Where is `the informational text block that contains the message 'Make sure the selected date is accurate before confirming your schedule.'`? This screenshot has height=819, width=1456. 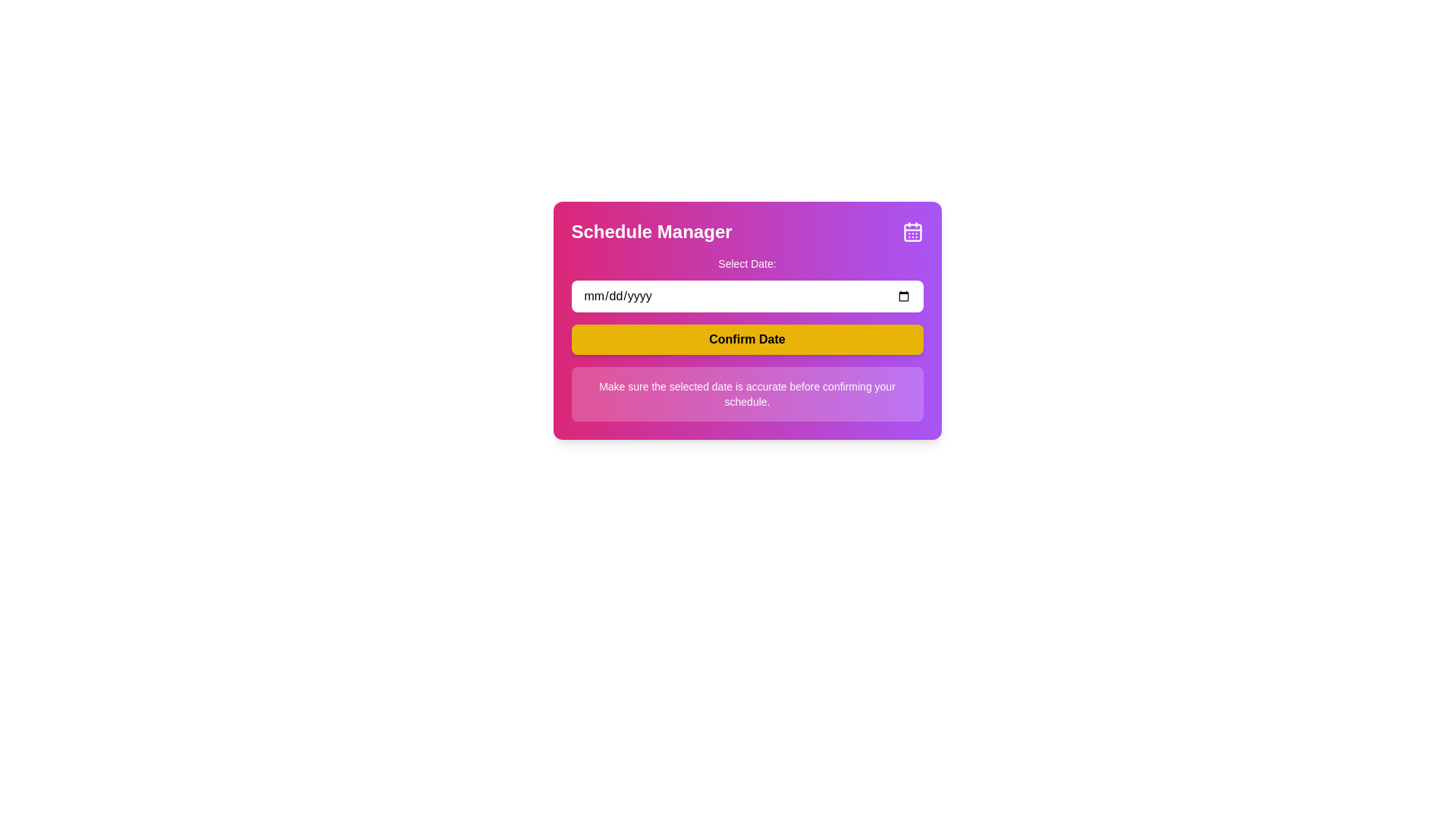 the informational text block that contains the message 'Make sure the selected date is accurate before confirming your schedule.' is located at coordinates (747, 394).